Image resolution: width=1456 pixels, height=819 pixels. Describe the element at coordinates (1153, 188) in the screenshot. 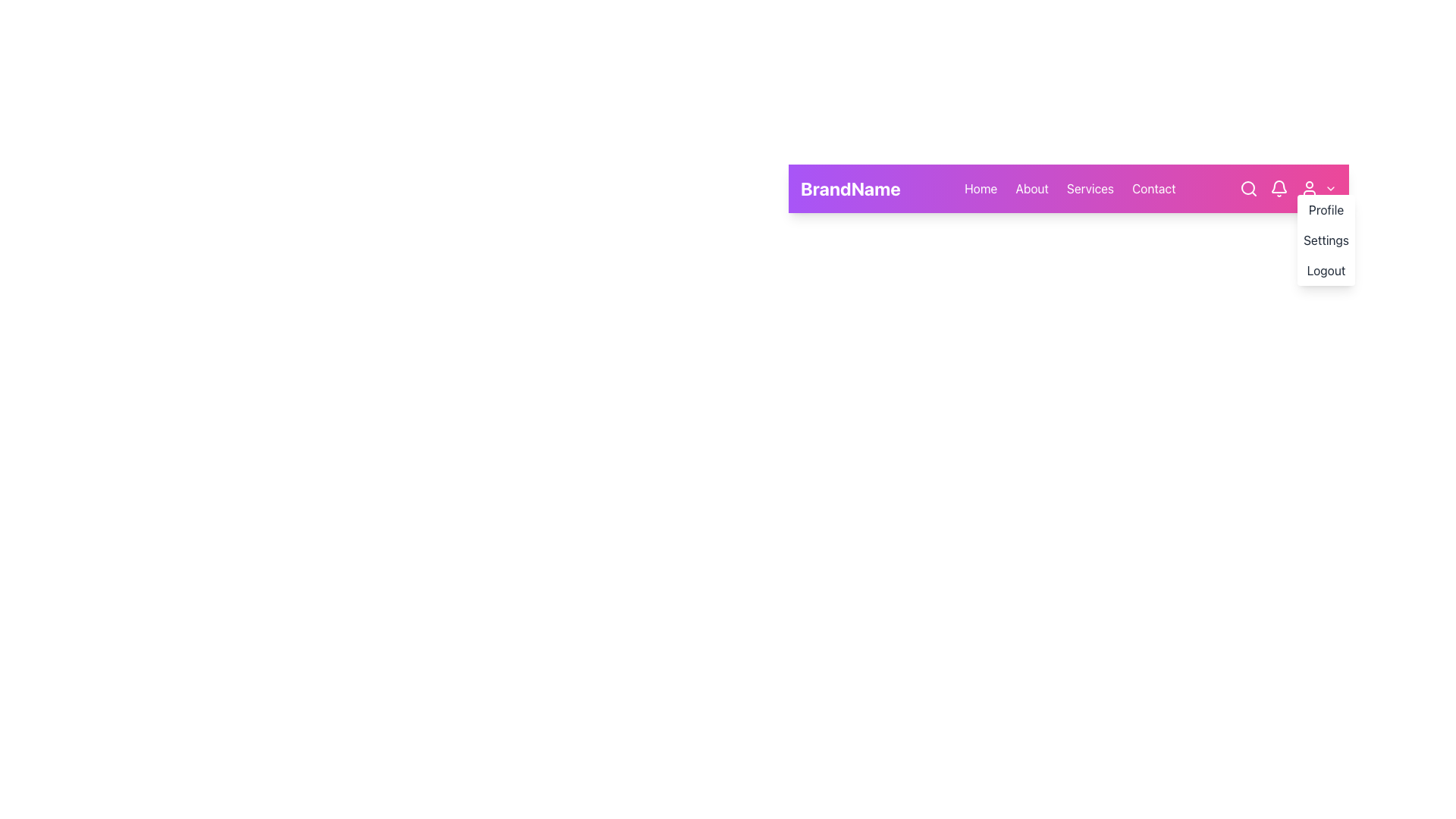

I see `the 'Contact' hyperlink in the navigation bar` at that location.